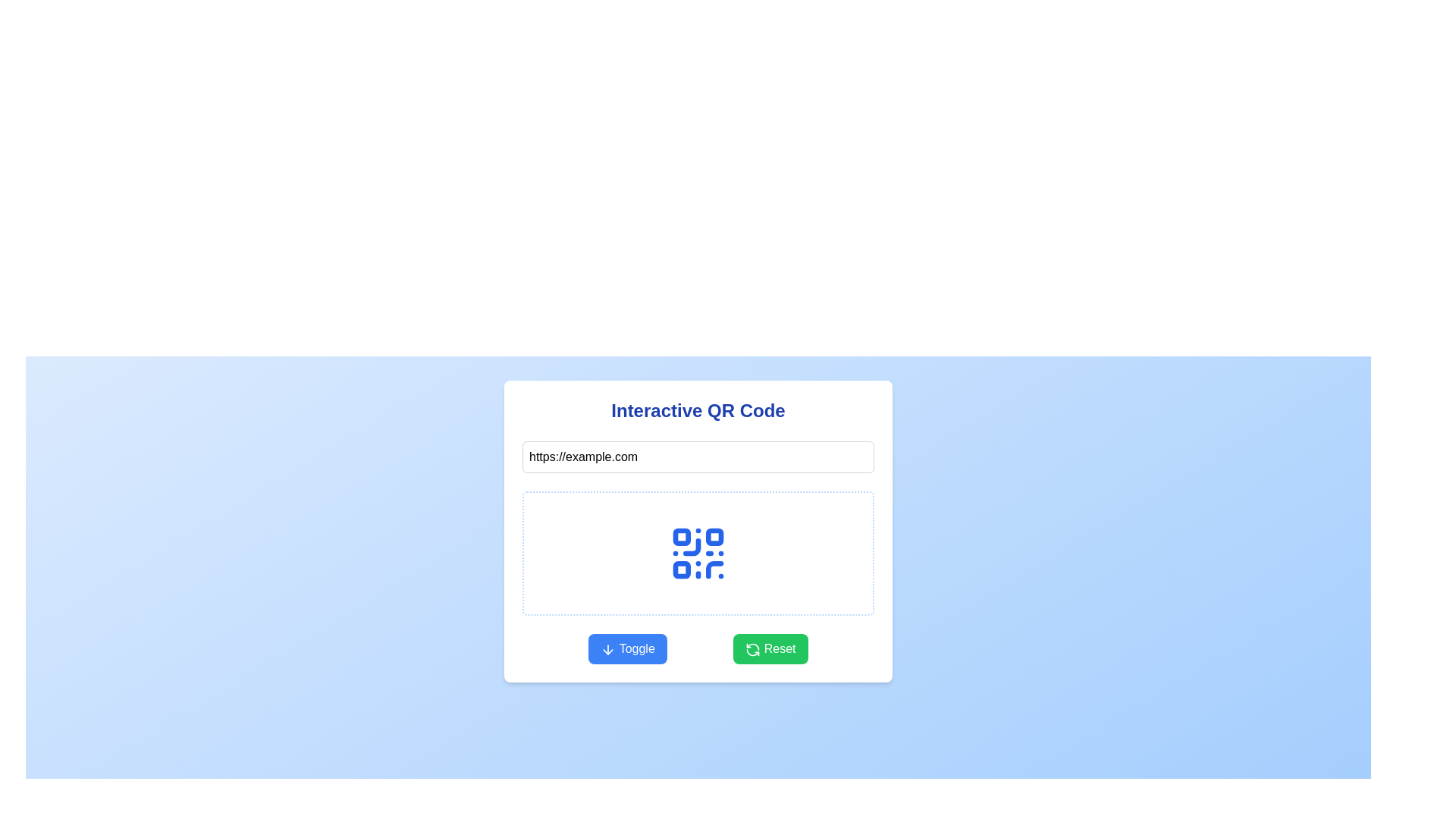  Describe the element at coordinates (608, 648) in the screenshot. I see `the arrow icon within the 'Toggle' button located at the bottom-left corner of the interactive QR Code interface to initiate the toggle action` at that location.